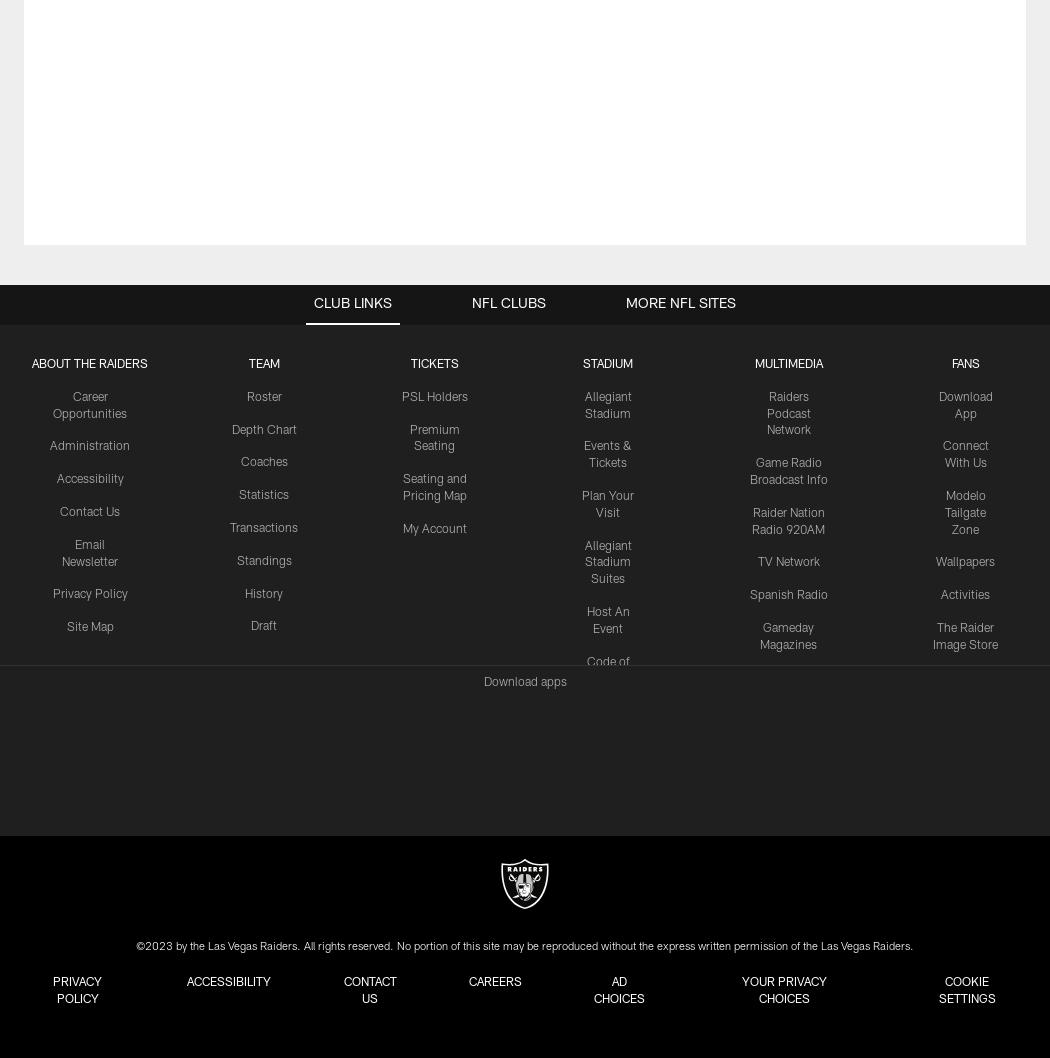 The height and width of the screenshot is (1058, 1050). I want to click on 'STADIUM', so click(607, 363).